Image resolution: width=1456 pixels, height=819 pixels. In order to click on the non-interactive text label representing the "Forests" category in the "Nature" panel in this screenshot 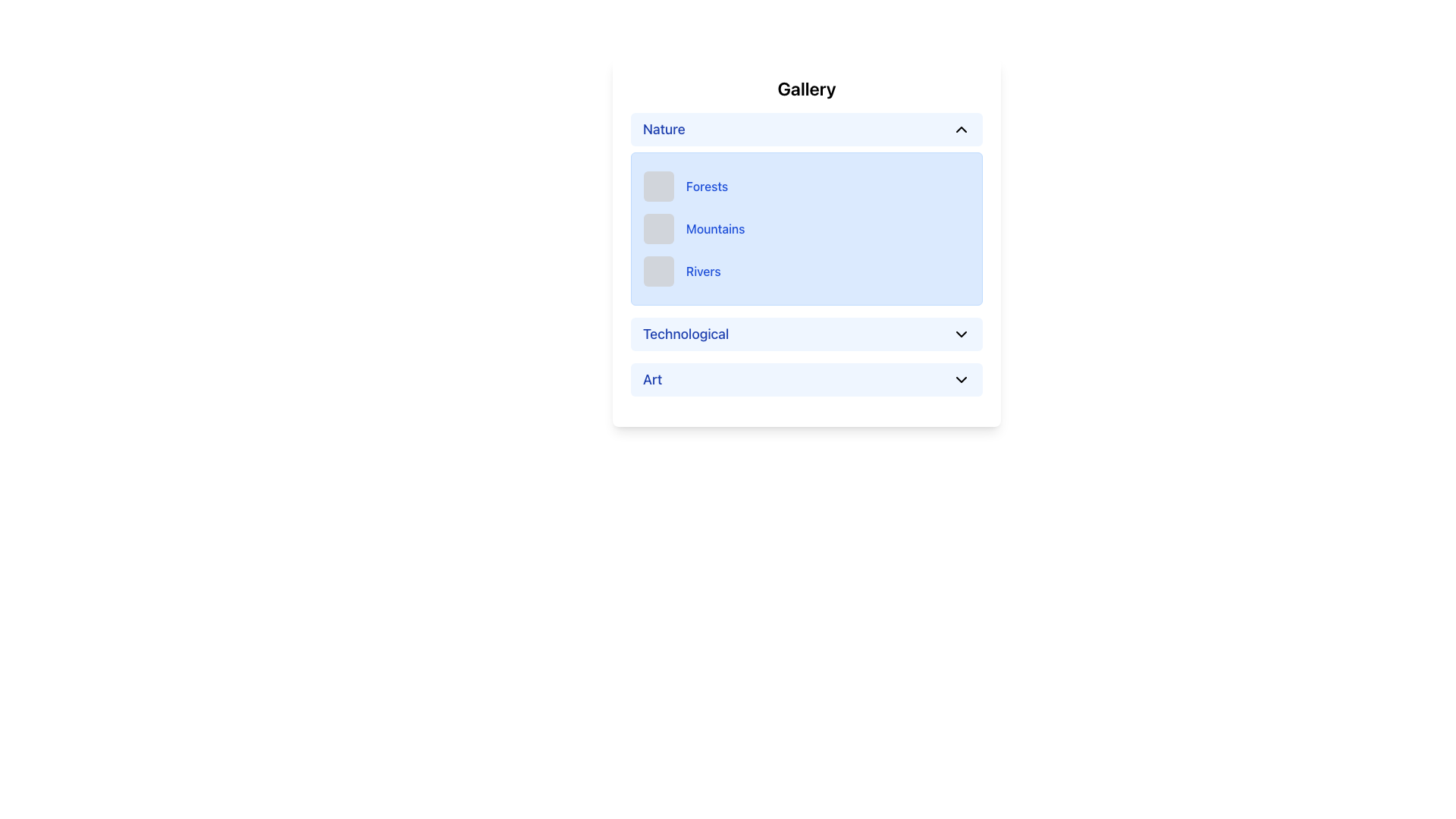, I will do `click(706, 186)`.